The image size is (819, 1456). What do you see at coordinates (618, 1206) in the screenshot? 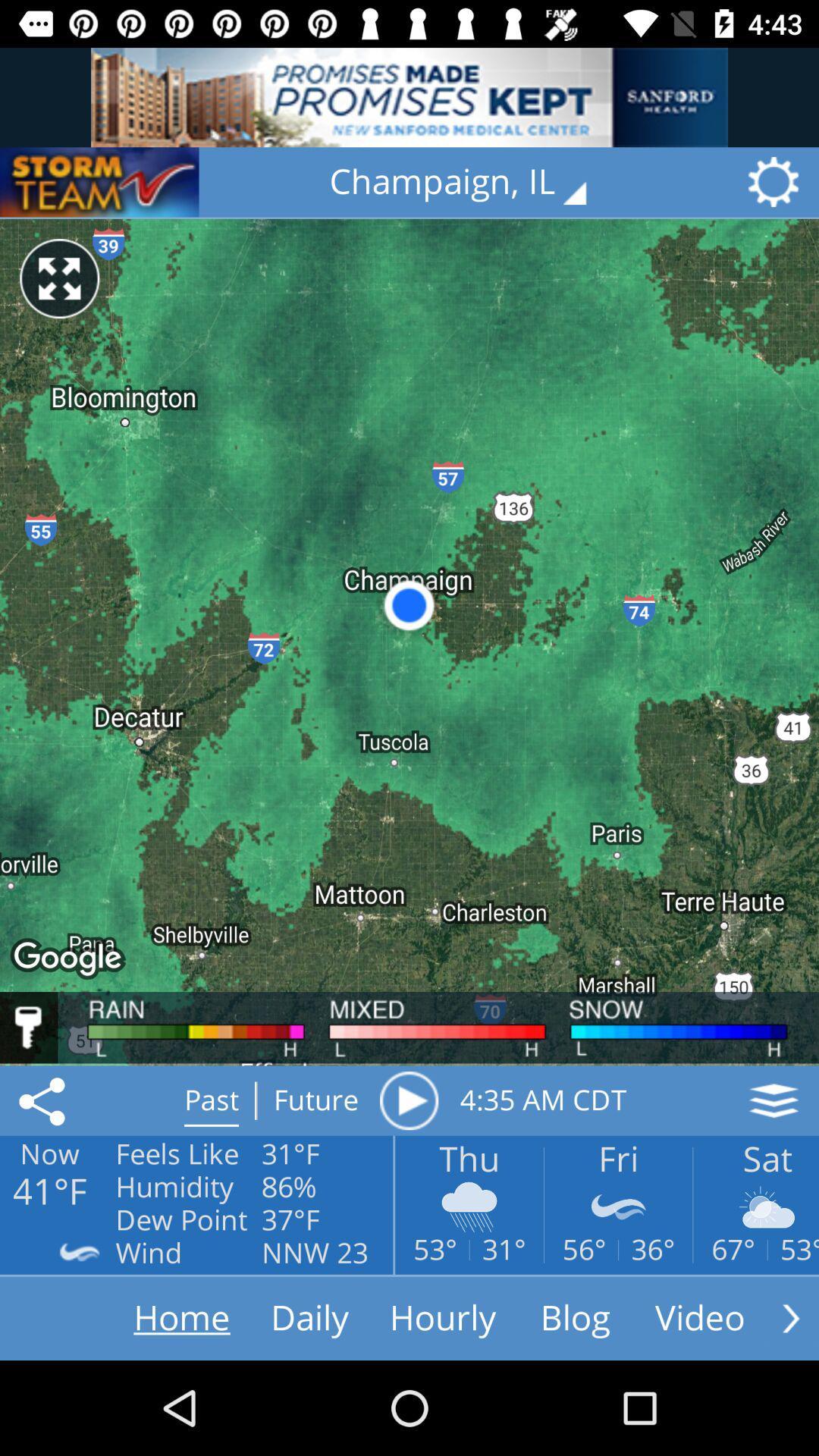
I see `the icon fri` at bounding box center [618, 1206].